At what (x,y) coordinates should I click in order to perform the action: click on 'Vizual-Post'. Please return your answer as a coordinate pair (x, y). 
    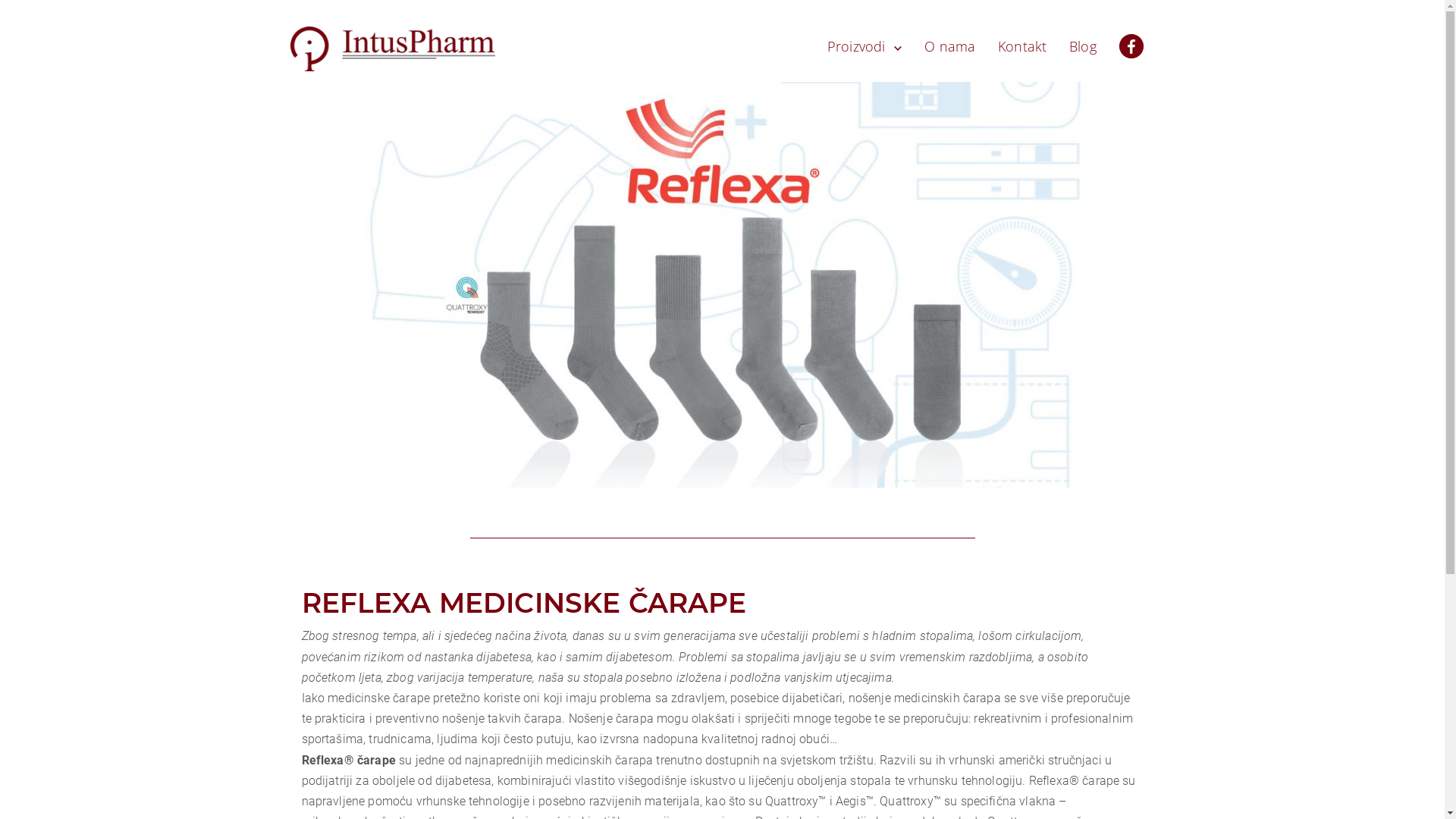
    Looking at the image, I should click on (720, 284).